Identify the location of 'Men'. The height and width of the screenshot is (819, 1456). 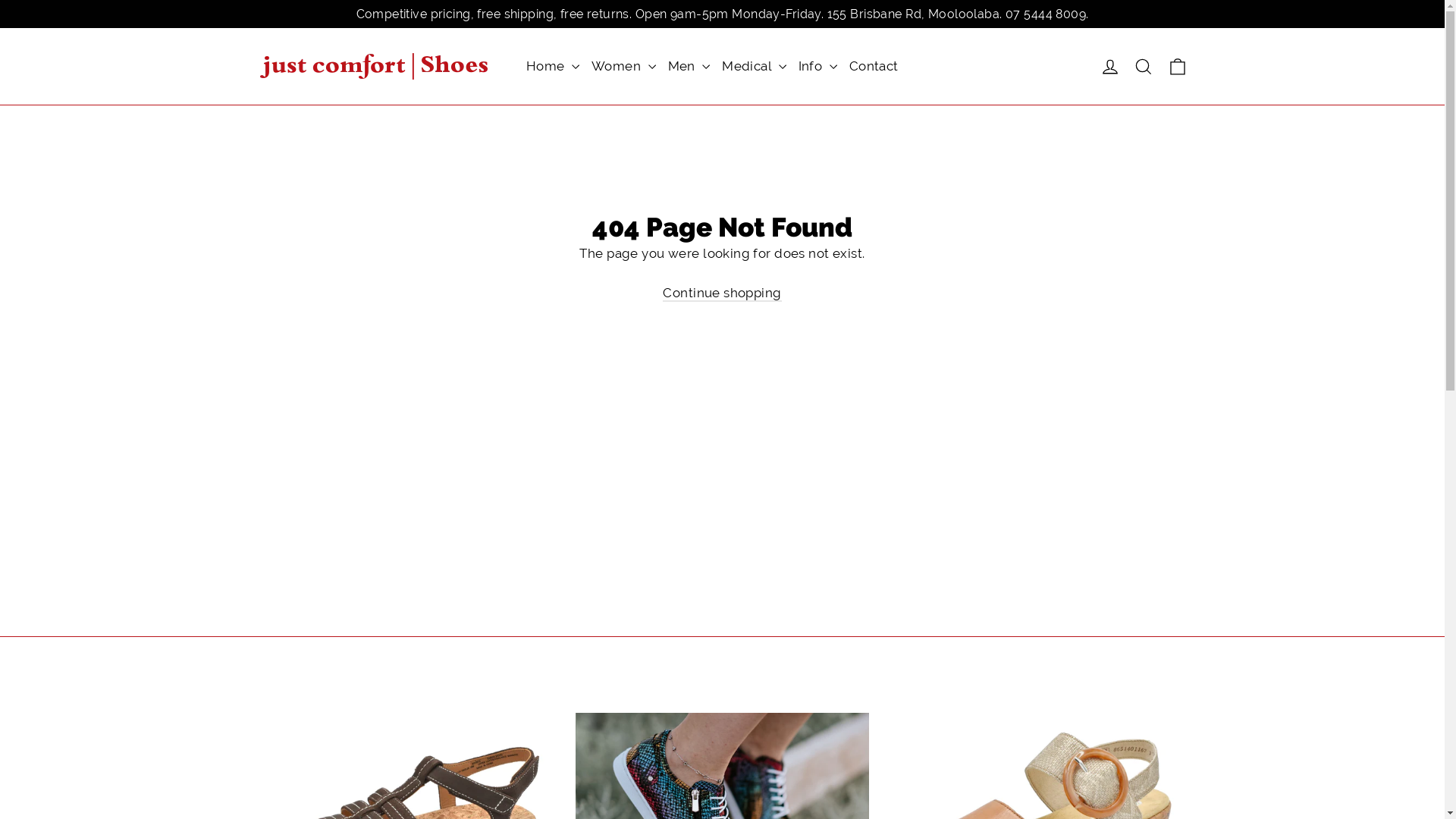
(688, 65).